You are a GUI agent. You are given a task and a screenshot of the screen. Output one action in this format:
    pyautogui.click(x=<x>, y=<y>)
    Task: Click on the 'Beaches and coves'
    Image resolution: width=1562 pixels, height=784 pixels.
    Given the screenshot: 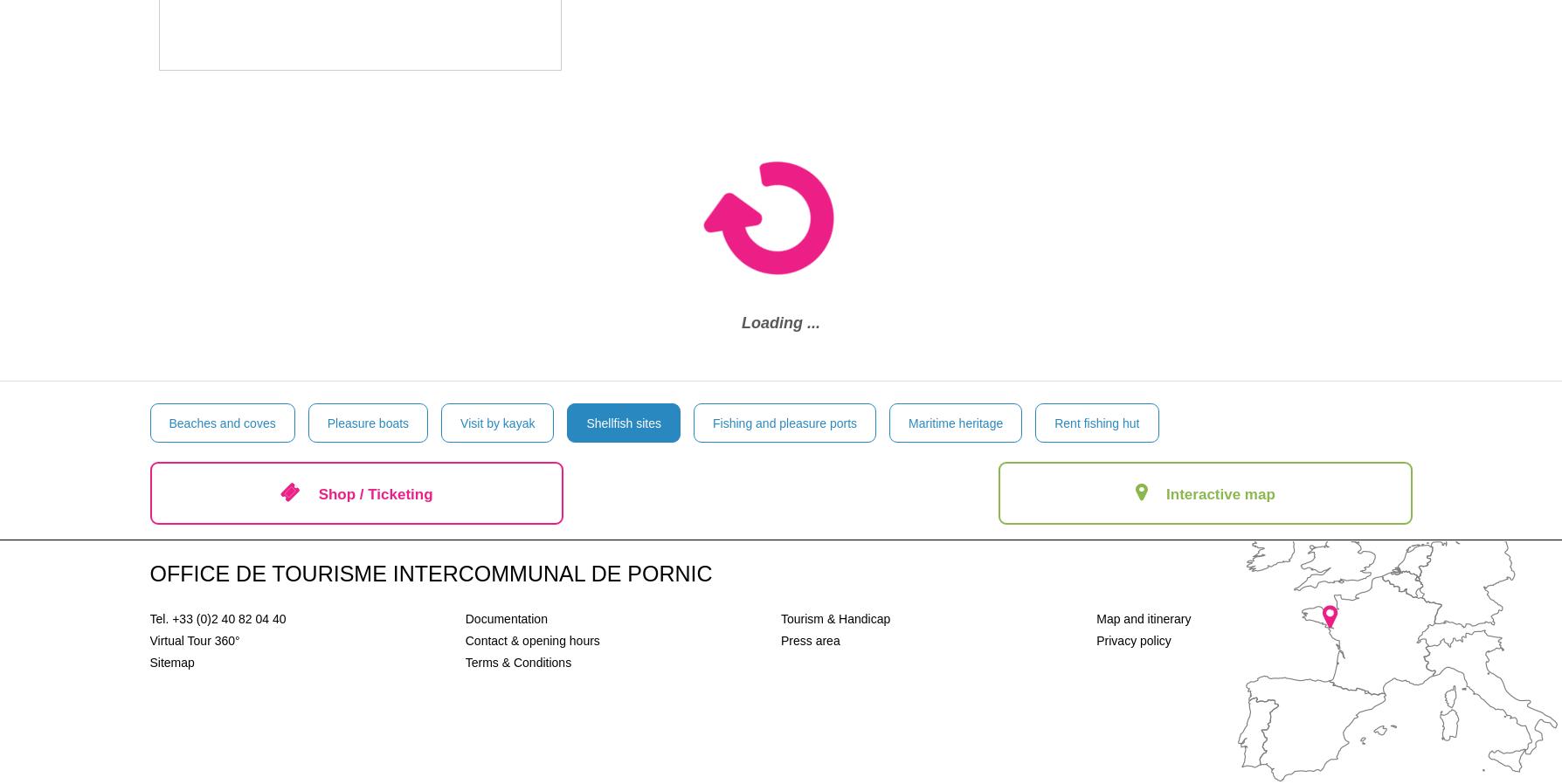 What is the action you would take?
    pyautogui.click(x=221, y=422)
    